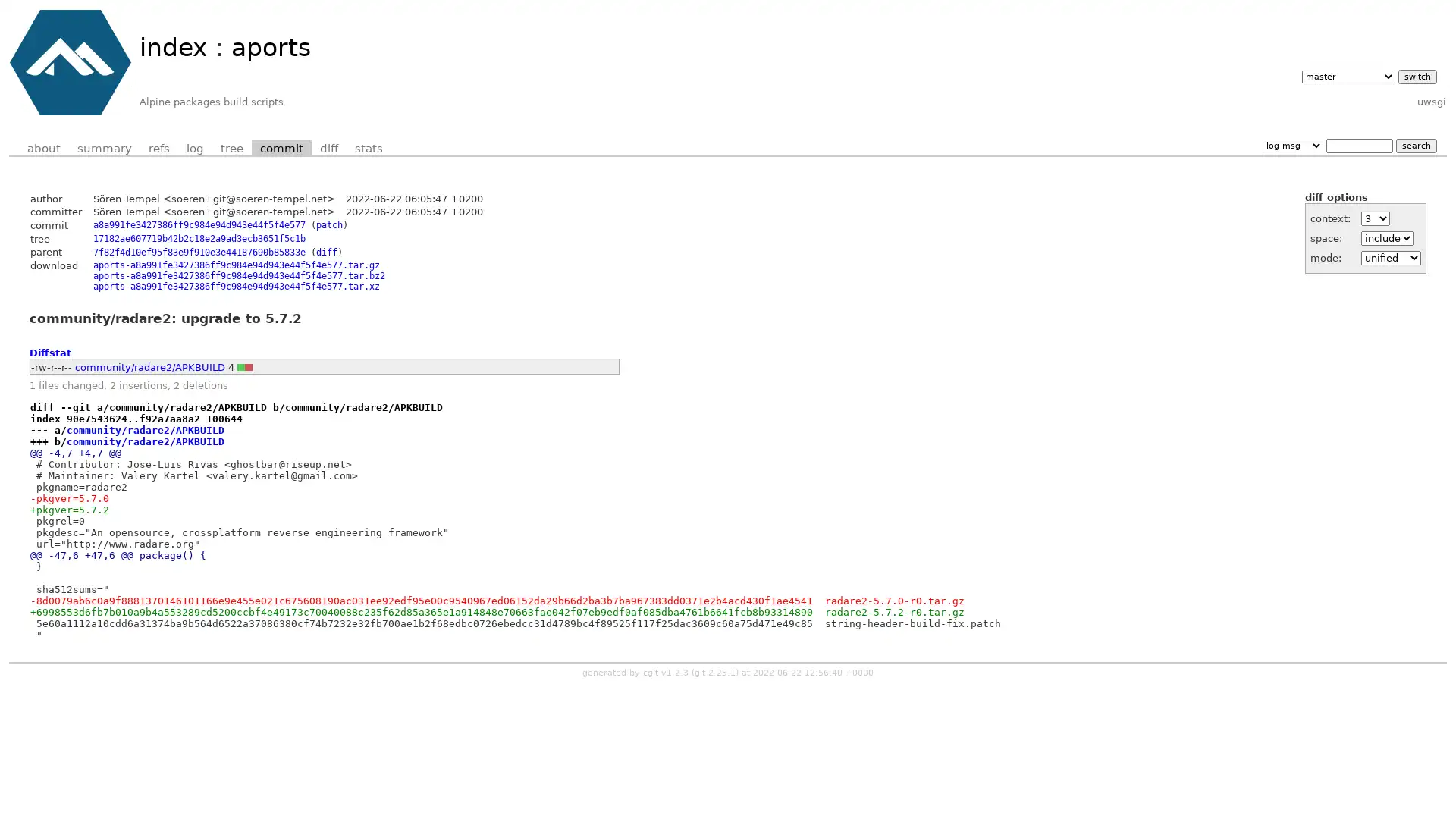  I want to click on search, so click(1415, 145).